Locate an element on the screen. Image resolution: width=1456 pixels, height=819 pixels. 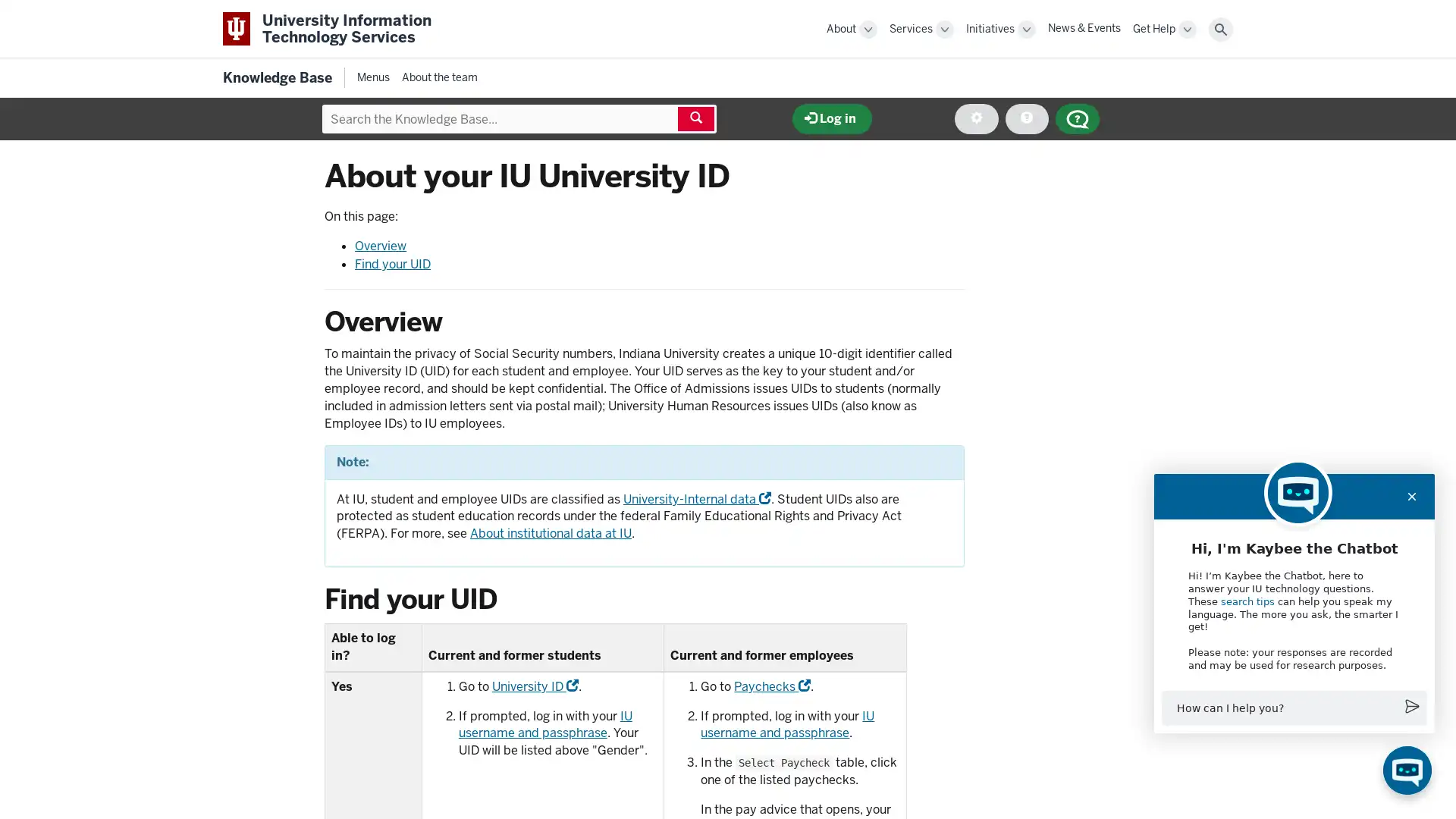
Hi, I'm Kaybee the Chatbot. Hi! Im Kaybee the Chatbot, here to answer your IU technology questions. These <a href="https://kb.iu.edu/d/bgpf#tips">search tips</a> can help you speak my language. The more you ask, the smarter I get!<br><br>Please note: your responses are recorded and may be used for research purposes. Click or press Enter to open the chat is located at coordinates (1407, 770).